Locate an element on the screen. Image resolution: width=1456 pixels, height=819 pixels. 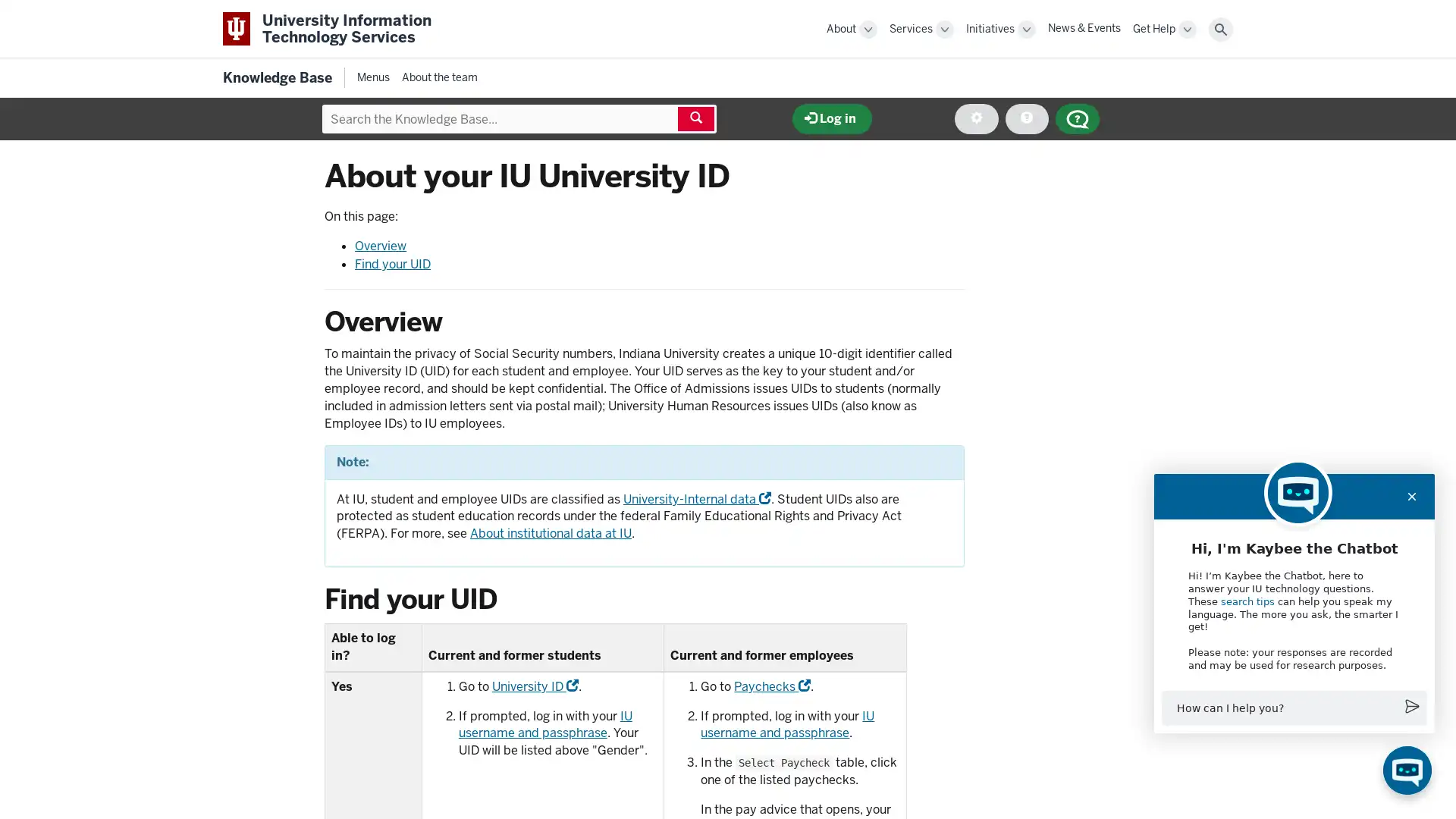
Hi, I'm Kaybee the Chatbot. Hi! Im Kaybee the Chatbot, here to answer your IU technology questions. These <a href="https://kb.iu.edu/d/bgpf#tips">search tips</a> can help you speak my language. The more you ask, the smarter I get!<br><br>Please note: your responses are recorded and may be used for research purposes. Click or press Enter to open the chat is located at coordinates (1407, 770).